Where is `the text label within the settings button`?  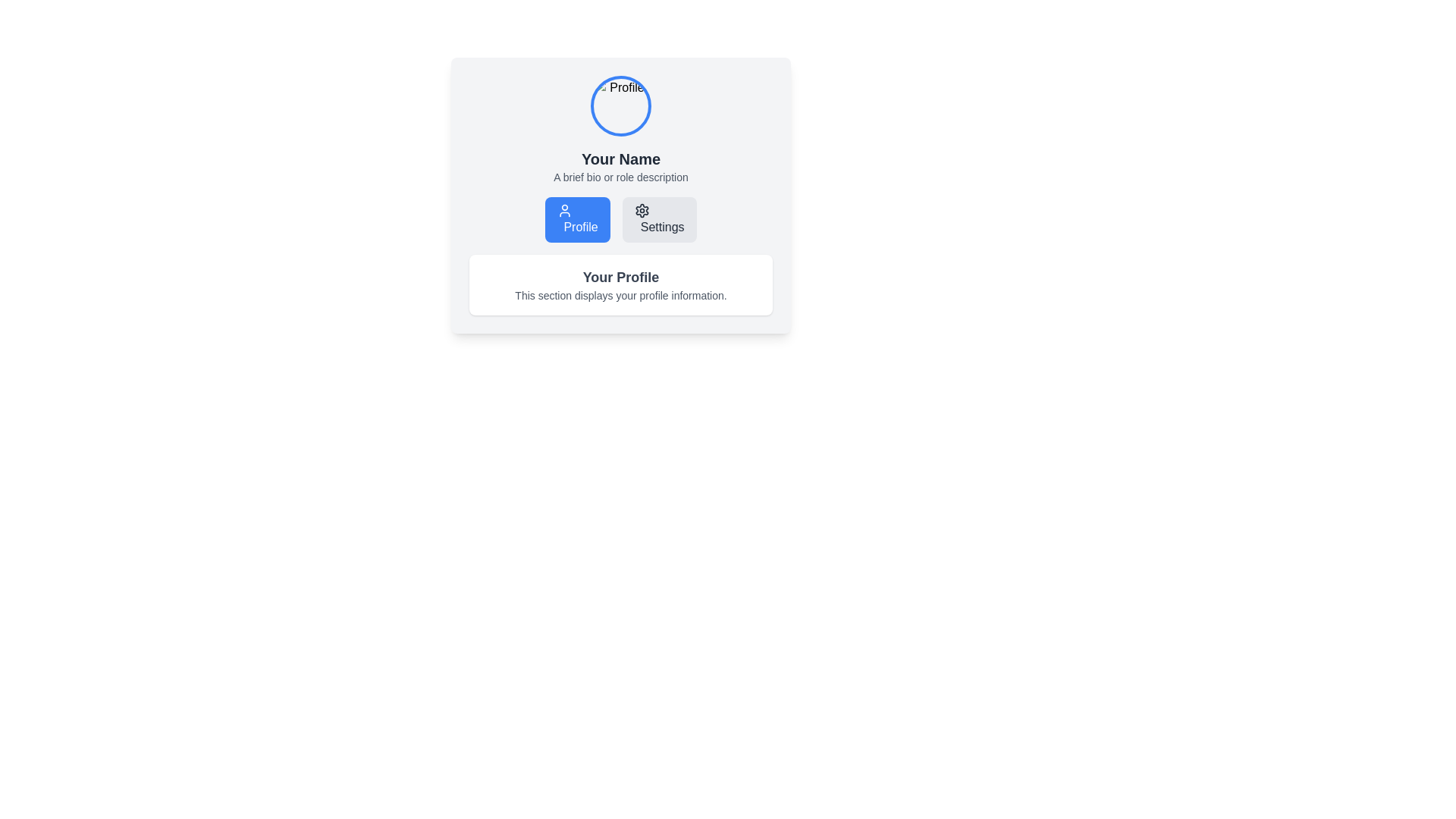
the text label within the settings button is located at coordinates (662, 227).